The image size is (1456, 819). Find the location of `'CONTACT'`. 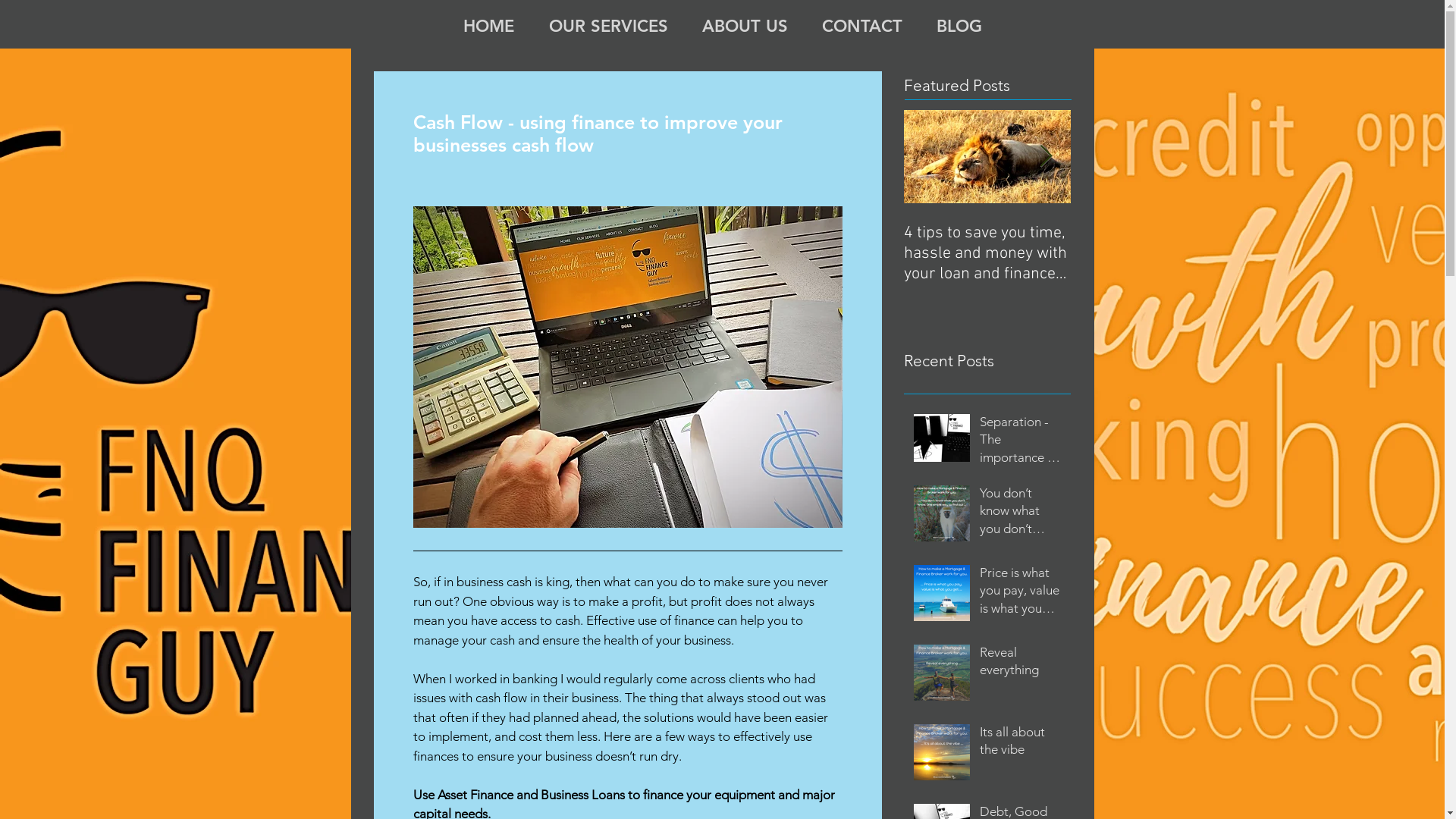

'CONTACT' is located at coordinates (862, 24).